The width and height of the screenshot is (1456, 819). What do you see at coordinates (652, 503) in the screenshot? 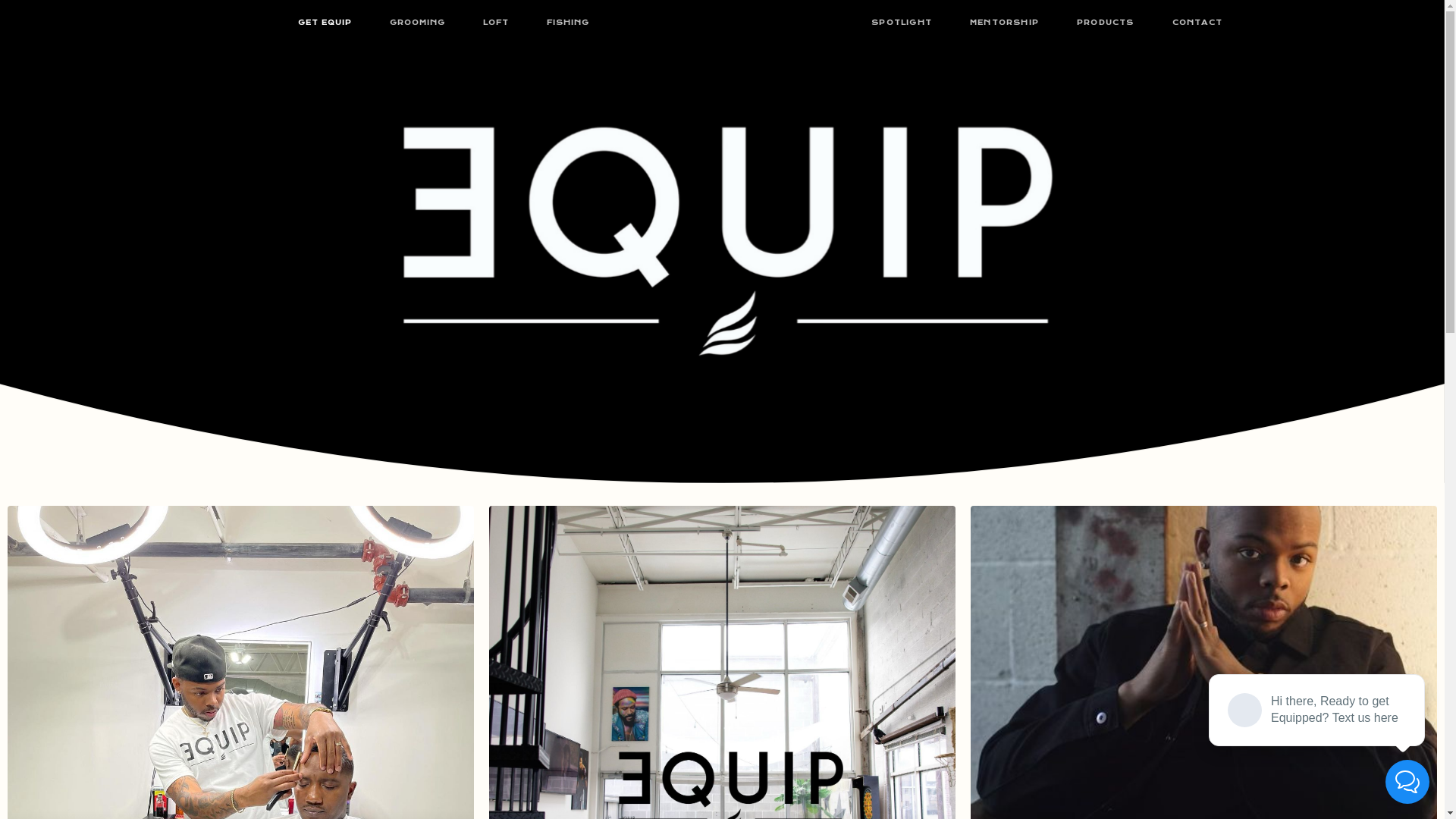
I see `'Shadow'` at bounding box center [652, 503].